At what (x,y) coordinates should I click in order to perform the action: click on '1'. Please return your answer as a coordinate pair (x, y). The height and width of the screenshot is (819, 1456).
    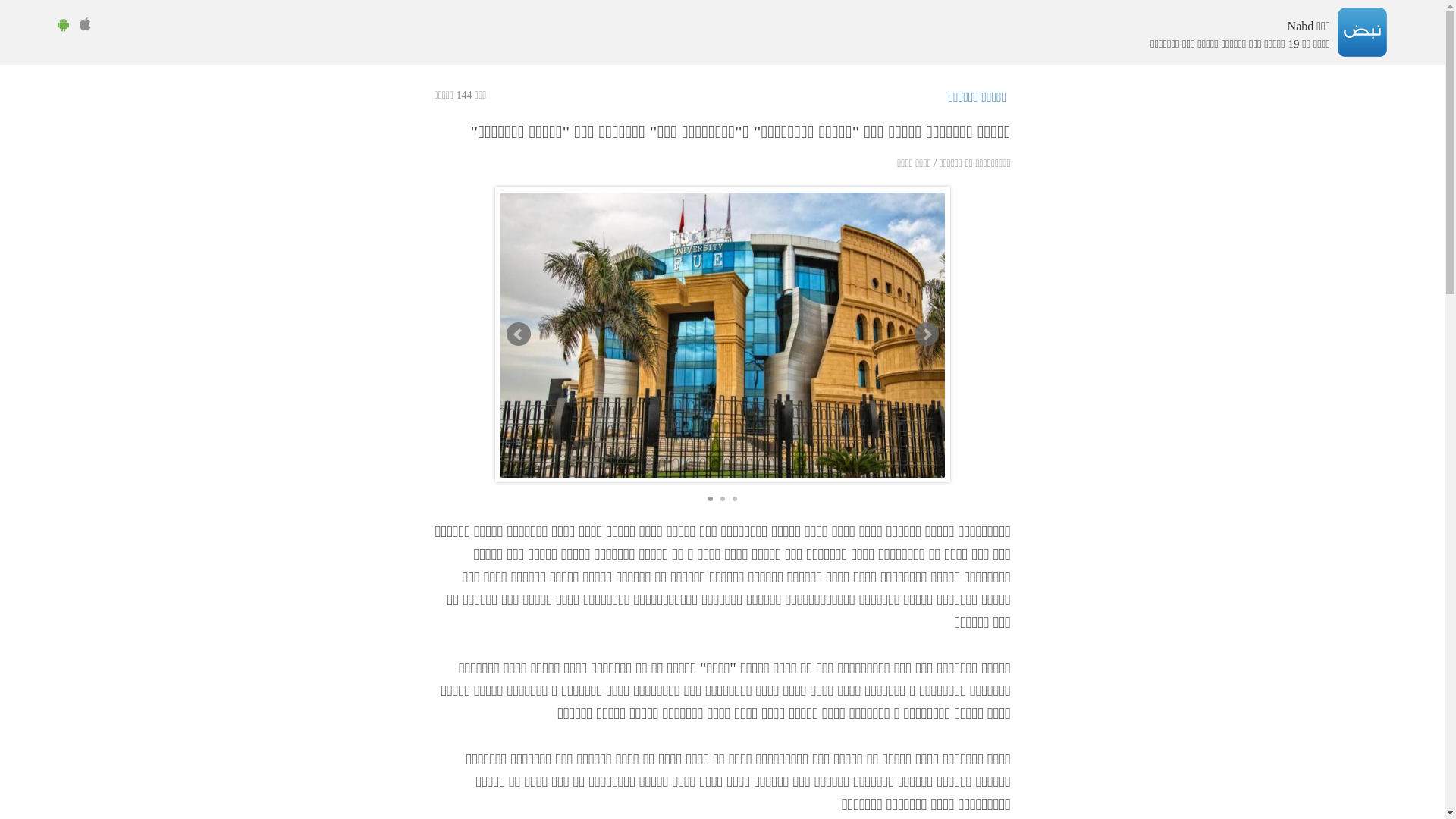
    Looking at the image, I should click on (709, 499).